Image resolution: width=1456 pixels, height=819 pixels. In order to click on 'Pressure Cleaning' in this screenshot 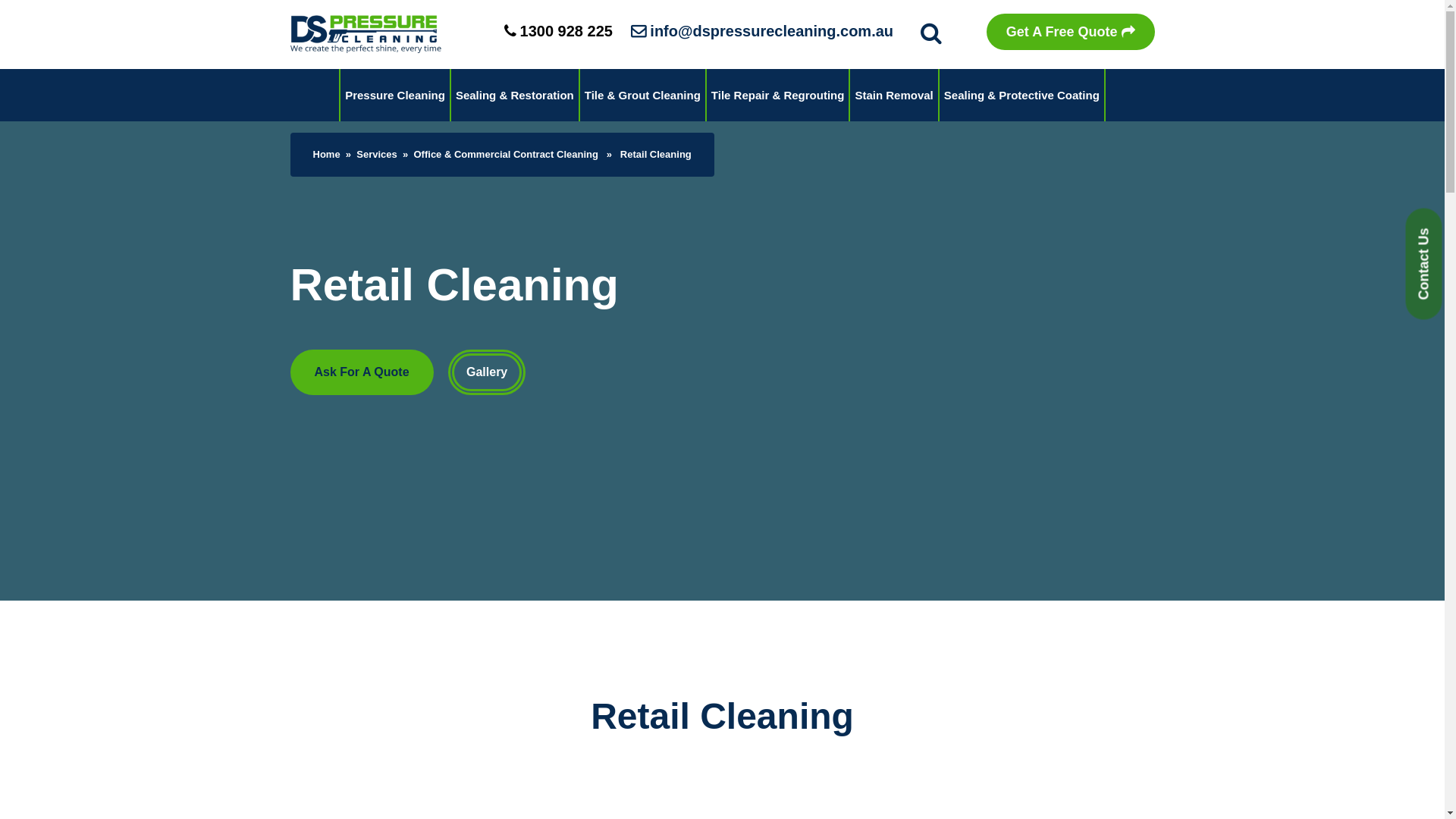, I will do `click(395, 95)`.